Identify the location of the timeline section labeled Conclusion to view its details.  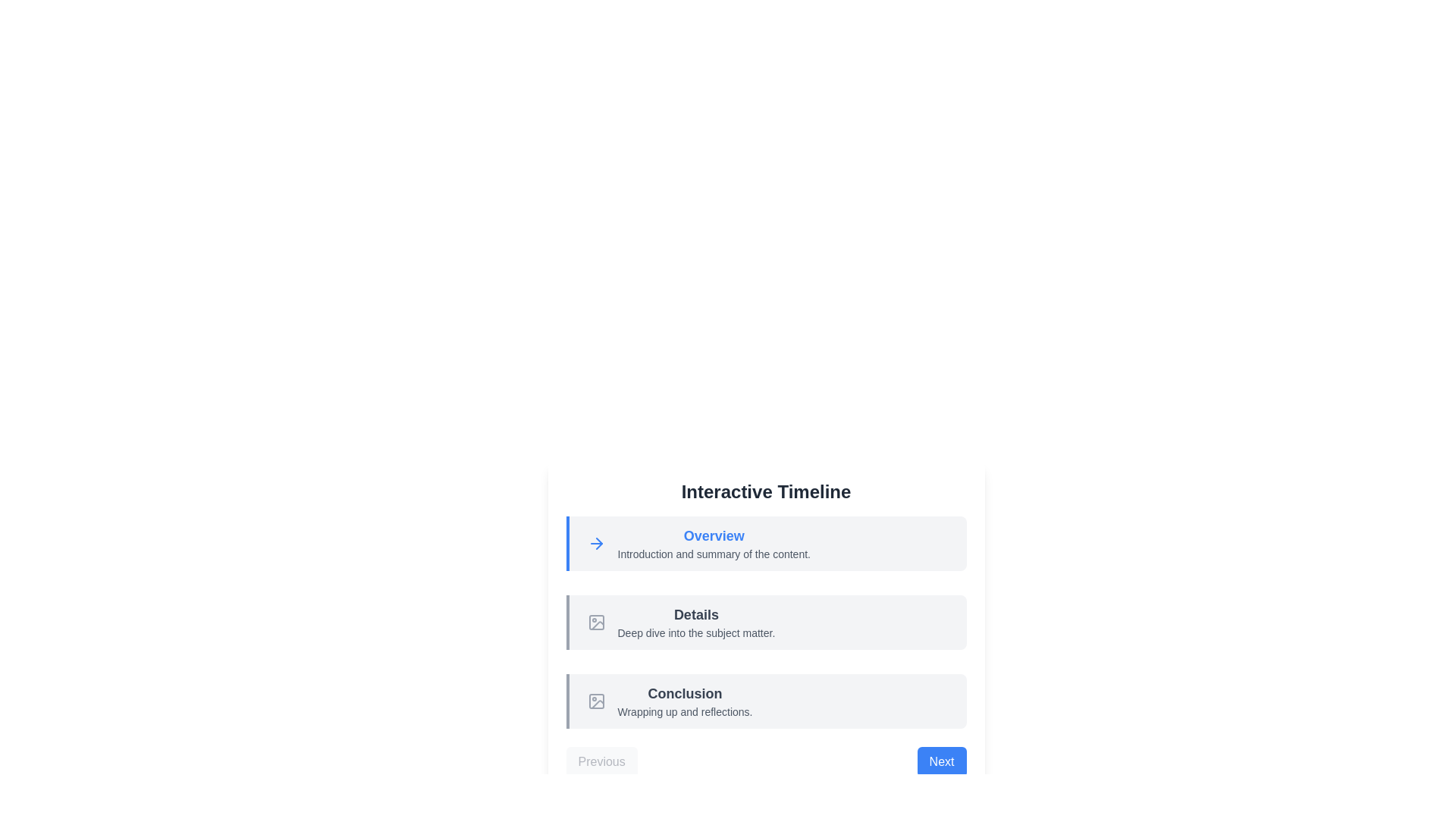
(766, 701).